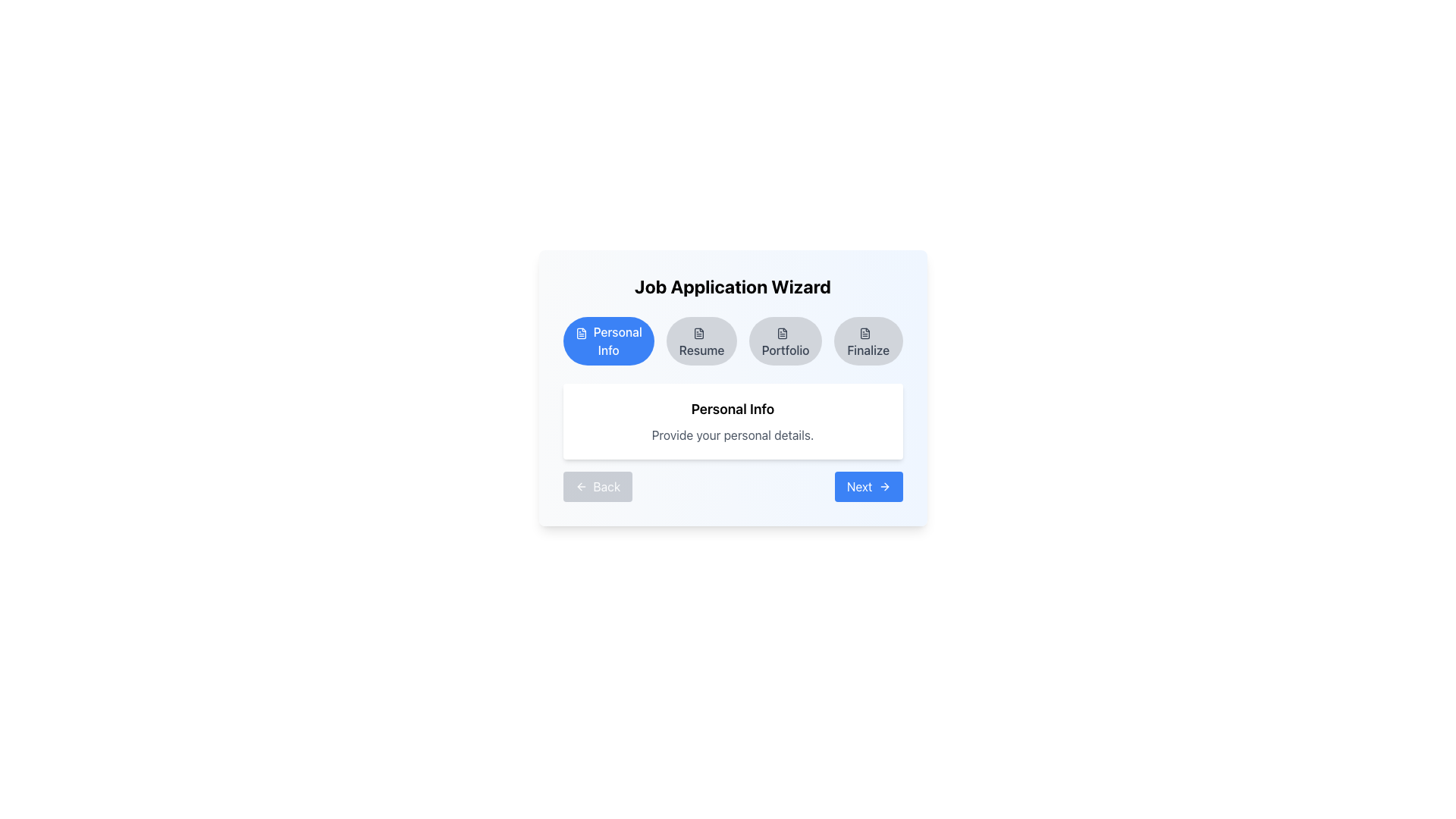 This screenshot has width=1456, height=819. What do you see at coordinates (886, 486) in the screenshot?
I see `the SVG icon component of the 'Next' button located at the bottom-right of the interface` at bounding box center [886, 486].